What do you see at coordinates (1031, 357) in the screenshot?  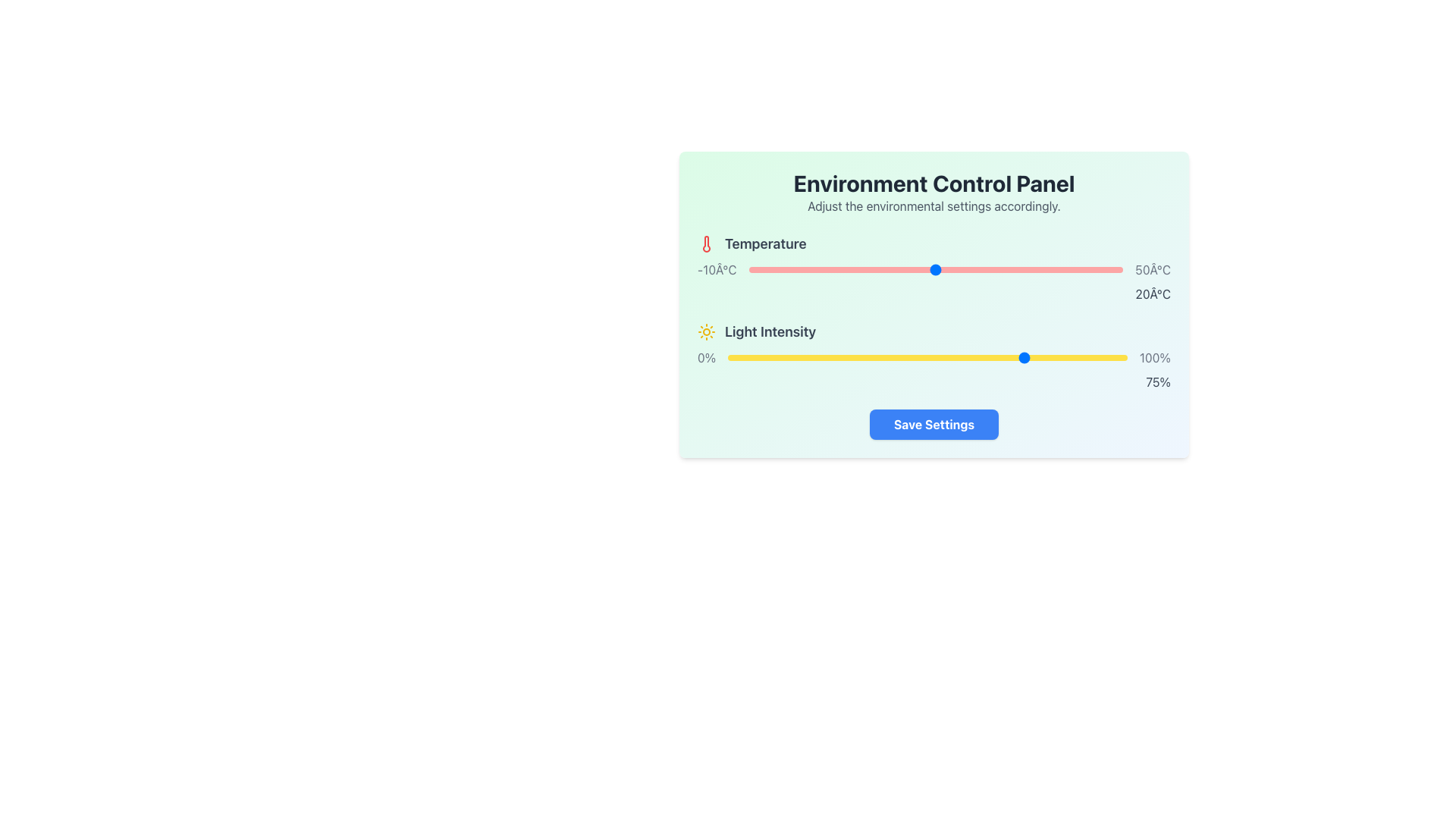 I see `the light intensity` at bounding box center [1031, 357].